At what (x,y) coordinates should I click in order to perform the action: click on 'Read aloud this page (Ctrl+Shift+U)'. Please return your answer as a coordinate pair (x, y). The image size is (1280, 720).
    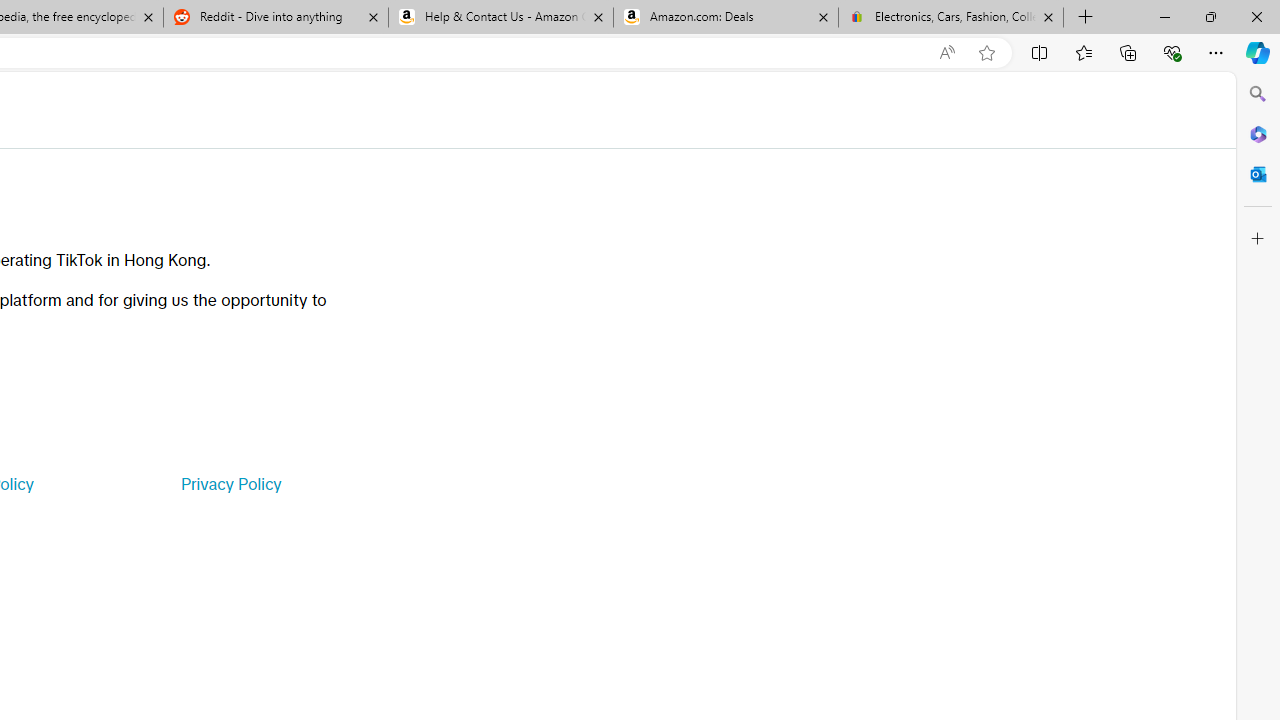
    Looking at the image, I should click on (945, 52).